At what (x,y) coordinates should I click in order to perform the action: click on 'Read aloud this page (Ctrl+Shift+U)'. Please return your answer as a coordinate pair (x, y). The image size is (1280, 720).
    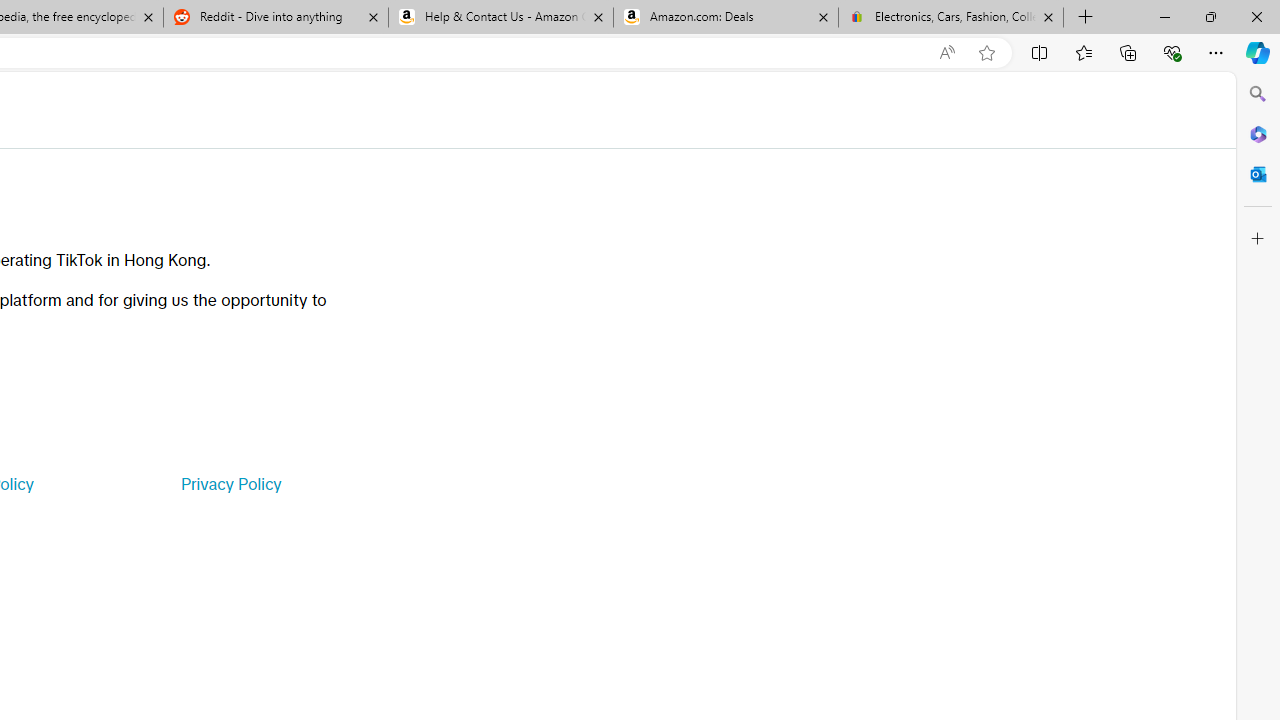
    Looking at the image, I should click on (945, 52).